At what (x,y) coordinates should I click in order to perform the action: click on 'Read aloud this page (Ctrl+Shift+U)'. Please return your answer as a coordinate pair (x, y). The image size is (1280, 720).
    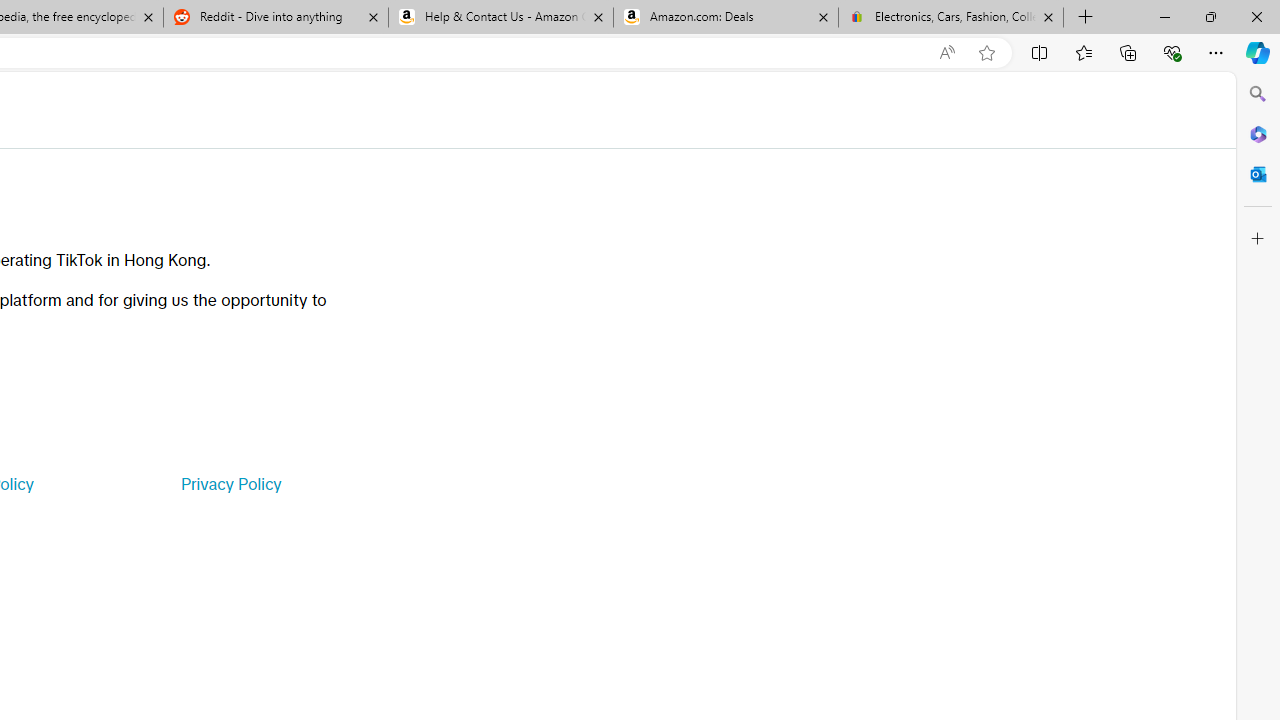
    Looking at the image, I should click on (945, 52).